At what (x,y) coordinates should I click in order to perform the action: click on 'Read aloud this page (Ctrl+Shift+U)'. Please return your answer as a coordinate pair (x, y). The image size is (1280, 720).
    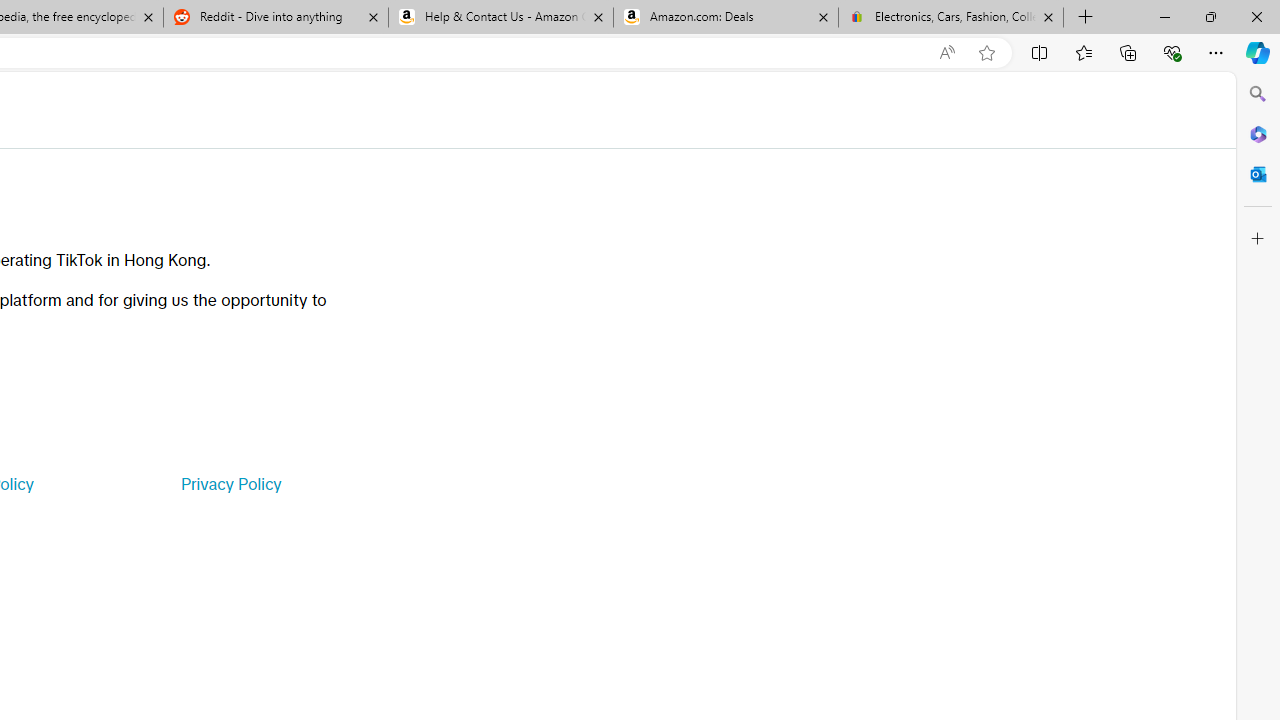
    Looking at the image, I should click on (945, 52).